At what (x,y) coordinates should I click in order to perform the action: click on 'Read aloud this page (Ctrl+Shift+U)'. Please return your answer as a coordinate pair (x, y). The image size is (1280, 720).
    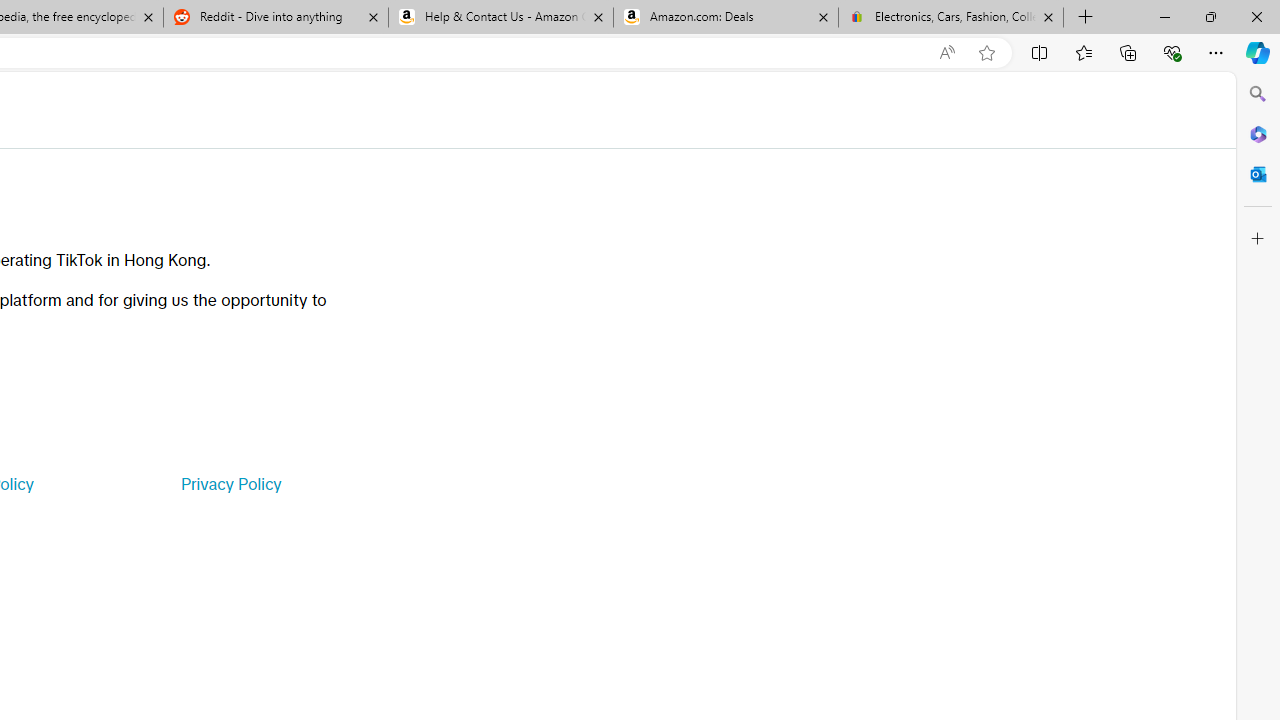
    Looking at the image, I should click on (945, 52).